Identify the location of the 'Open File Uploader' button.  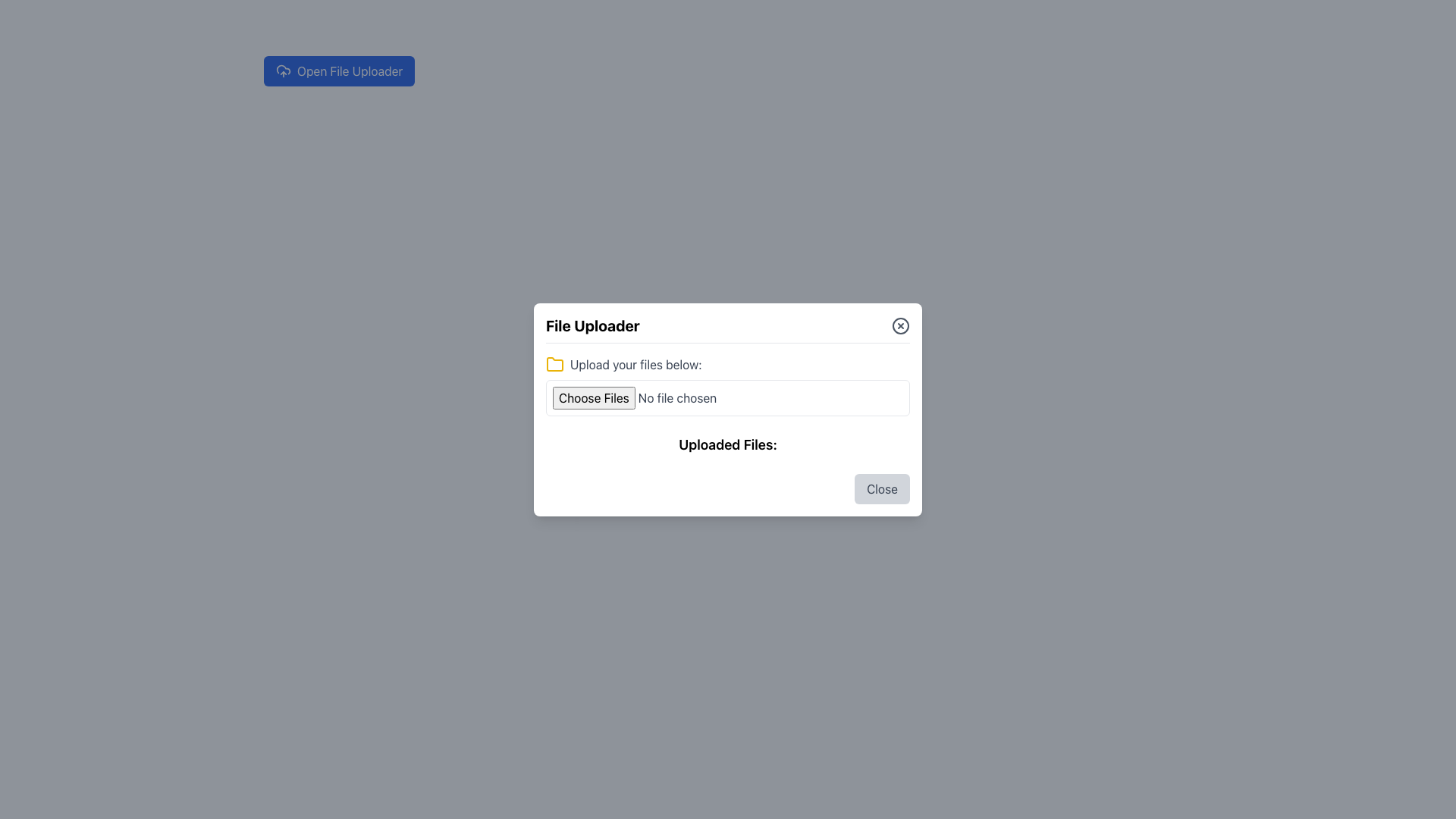
(338, 71).